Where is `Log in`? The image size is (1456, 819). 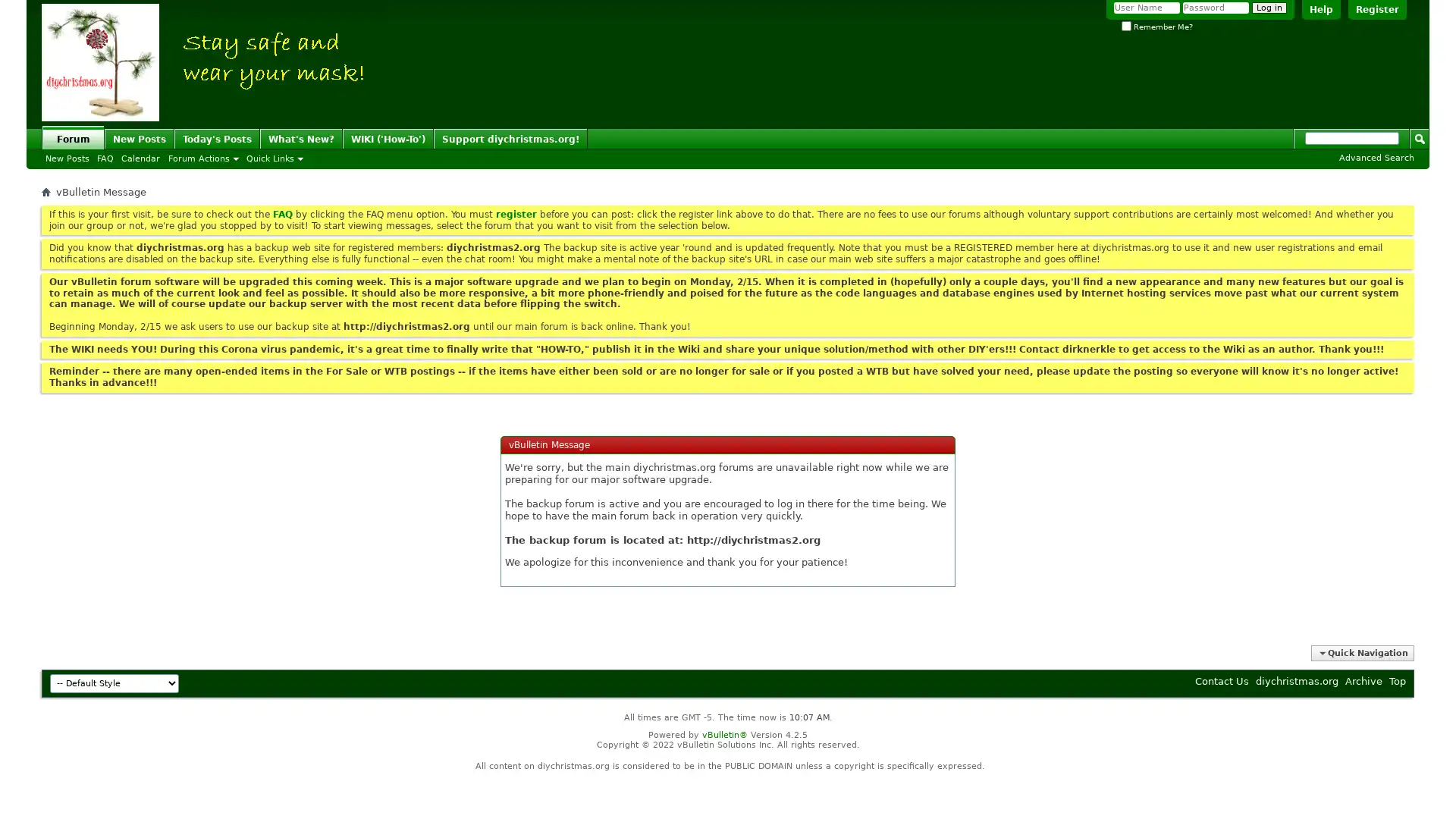
Log in is located at coordinates (1269, 8).